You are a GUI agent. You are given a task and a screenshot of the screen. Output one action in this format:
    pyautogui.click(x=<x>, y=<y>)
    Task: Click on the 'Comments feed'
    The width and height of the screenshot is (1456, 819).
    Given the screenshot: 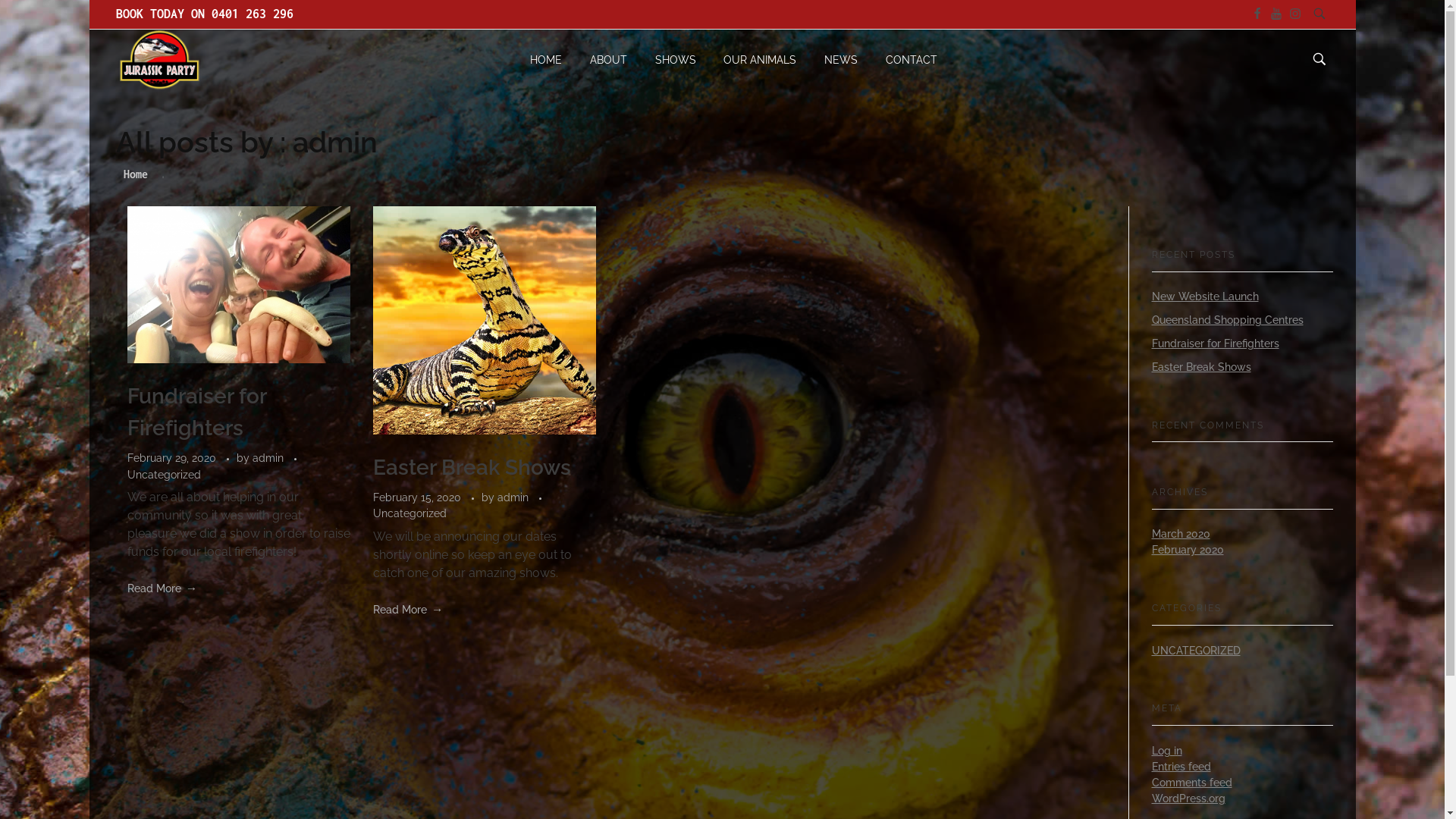 What is the action you would take?
    pyautogui.click(x=1190, y=783)
    